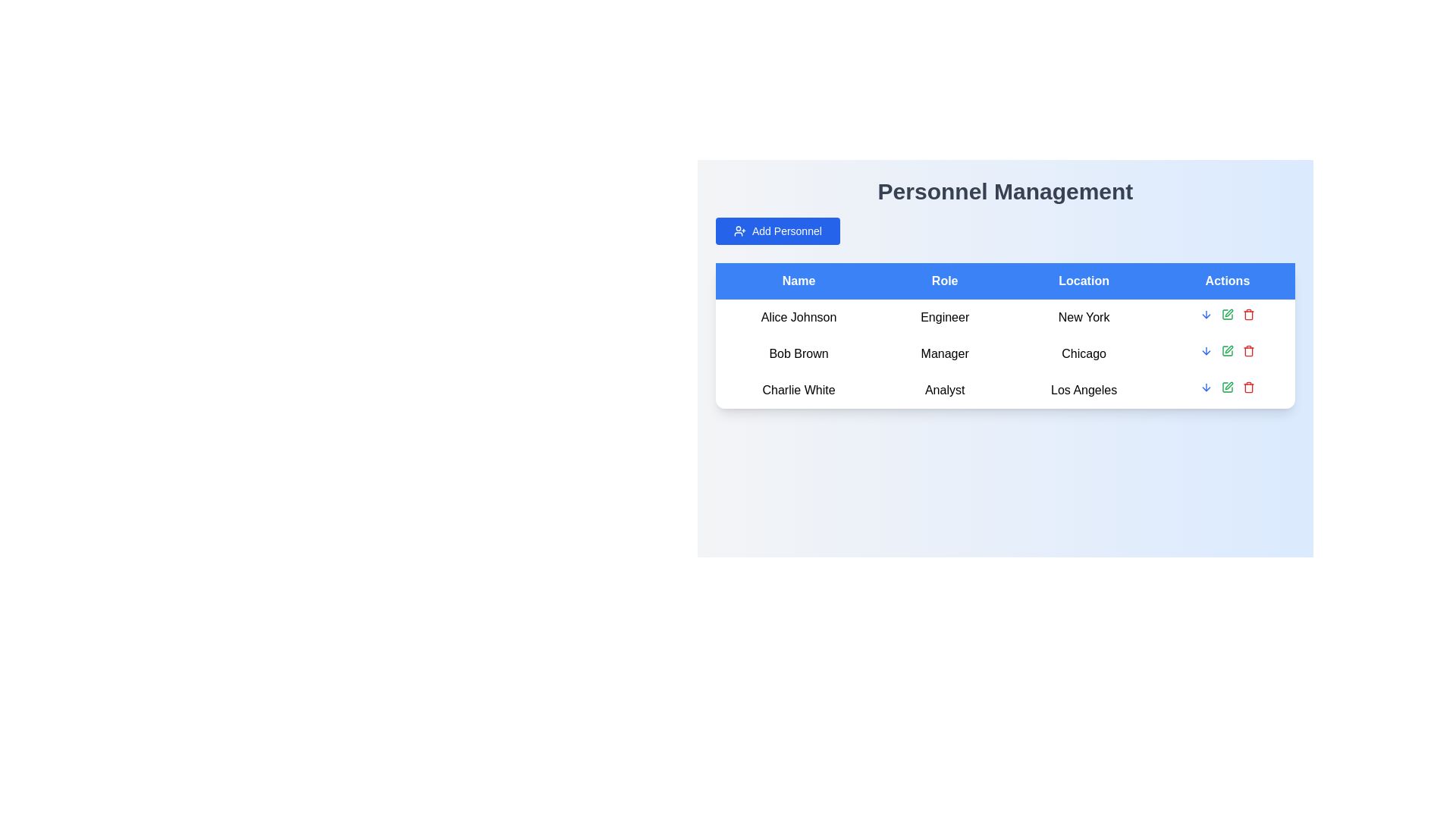 Image resolution: width=1456 pixels, height=819 pixels. I want to click on the text field displaying 'New York' in the third column of the first row of the table, so click(1083, 317).